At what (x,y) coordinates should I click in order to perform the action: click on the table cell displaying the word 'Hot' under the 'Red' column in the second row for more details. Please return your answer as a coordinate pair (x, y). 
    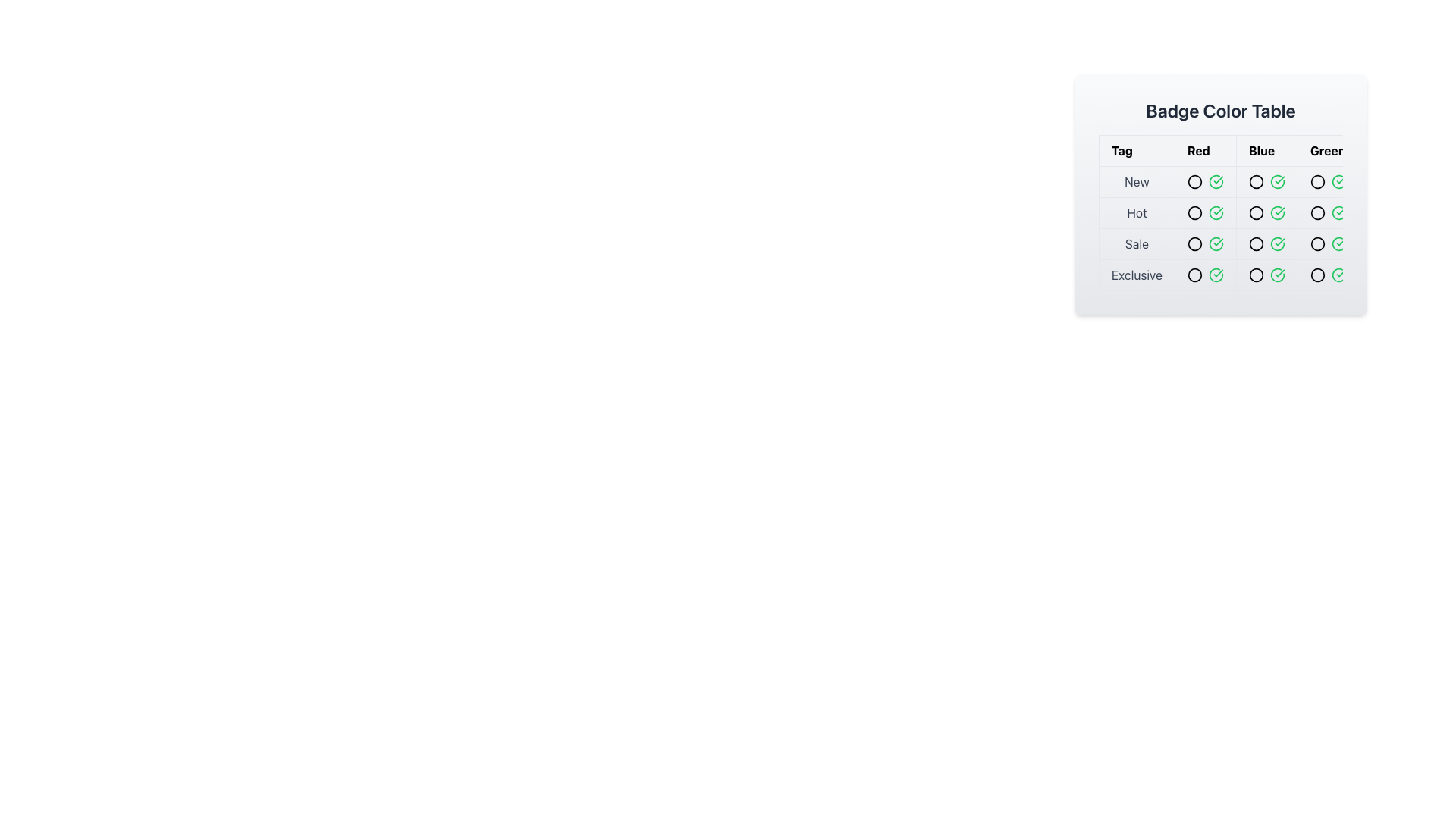
    Looking at the image, I should click on (1220, 213).